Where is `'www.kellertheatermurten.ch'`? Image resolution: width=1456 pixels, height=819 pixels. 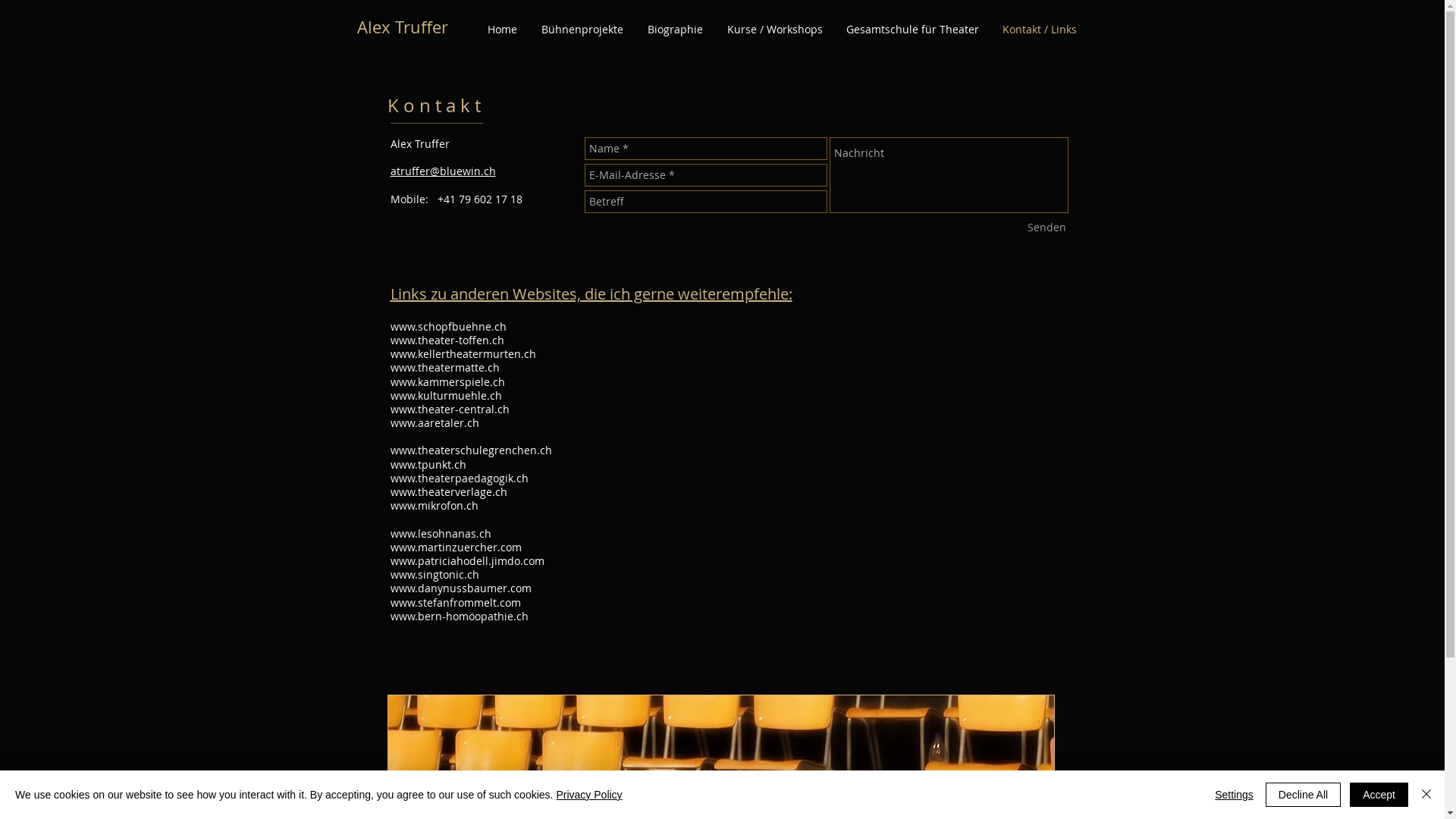 'www.kellertheatermurten.ch' is located at coordinates (461, 353).